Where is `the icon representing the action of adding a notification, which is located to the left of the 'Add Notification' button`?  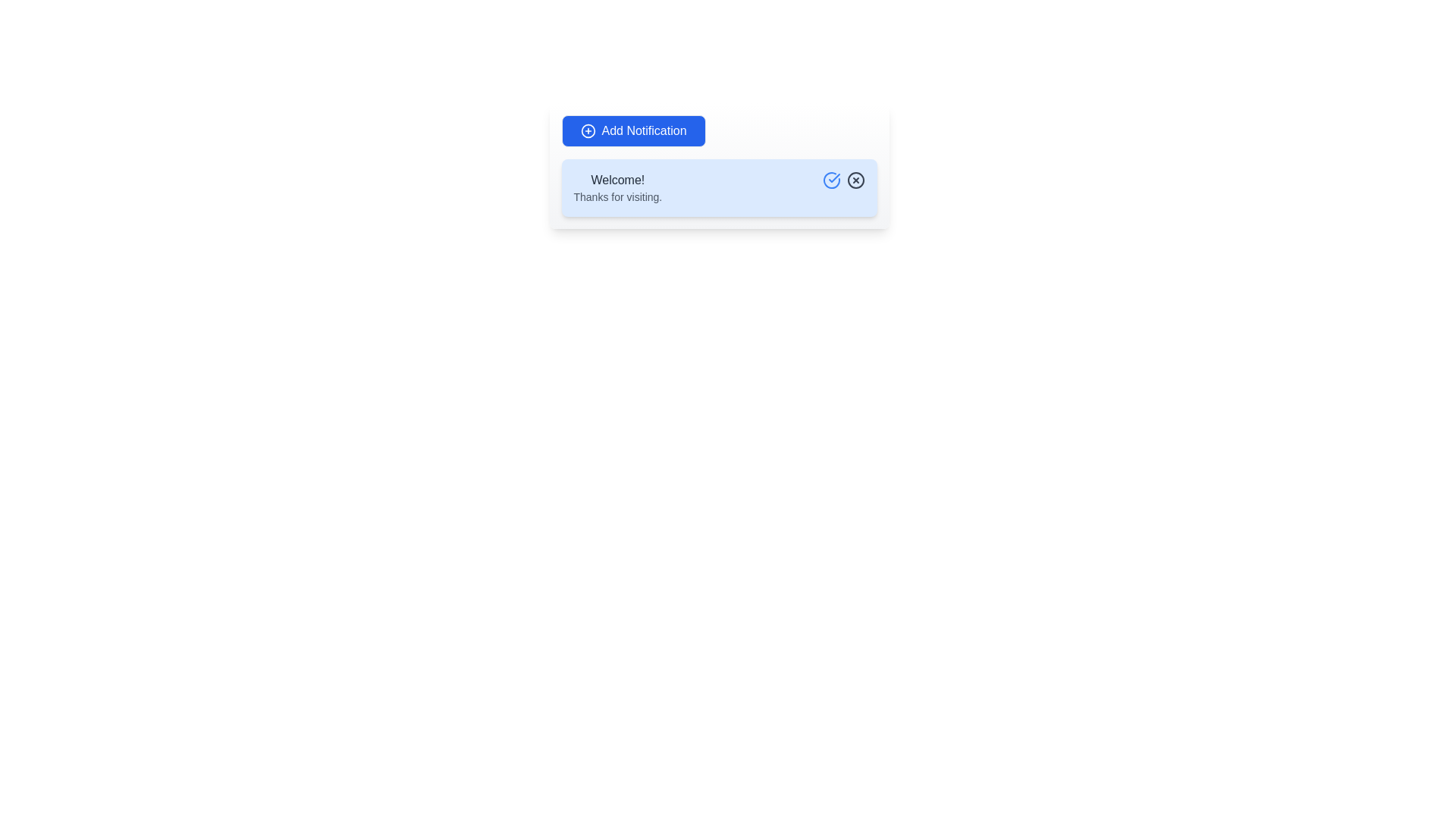
the icon representing the action of adding a notification, which is located to the left of the 'Add Notification' button is located at coordinates (587, 130).